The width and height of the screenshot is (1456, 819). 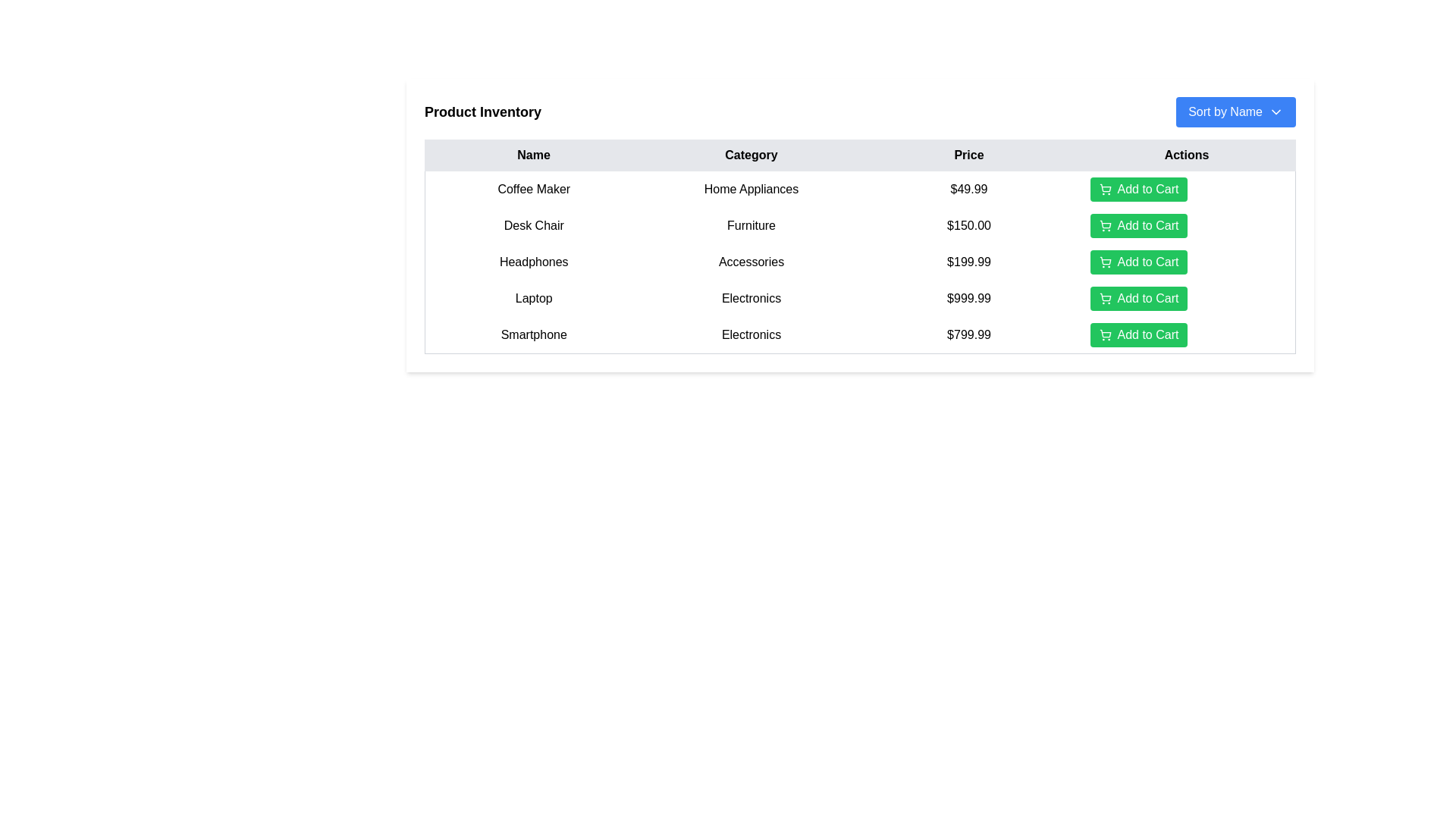 I want to click on the 'Add to Cart' button for the product 'Headphones' located in the 'Actions' column of the table layout, so click(x=1185, y=262).